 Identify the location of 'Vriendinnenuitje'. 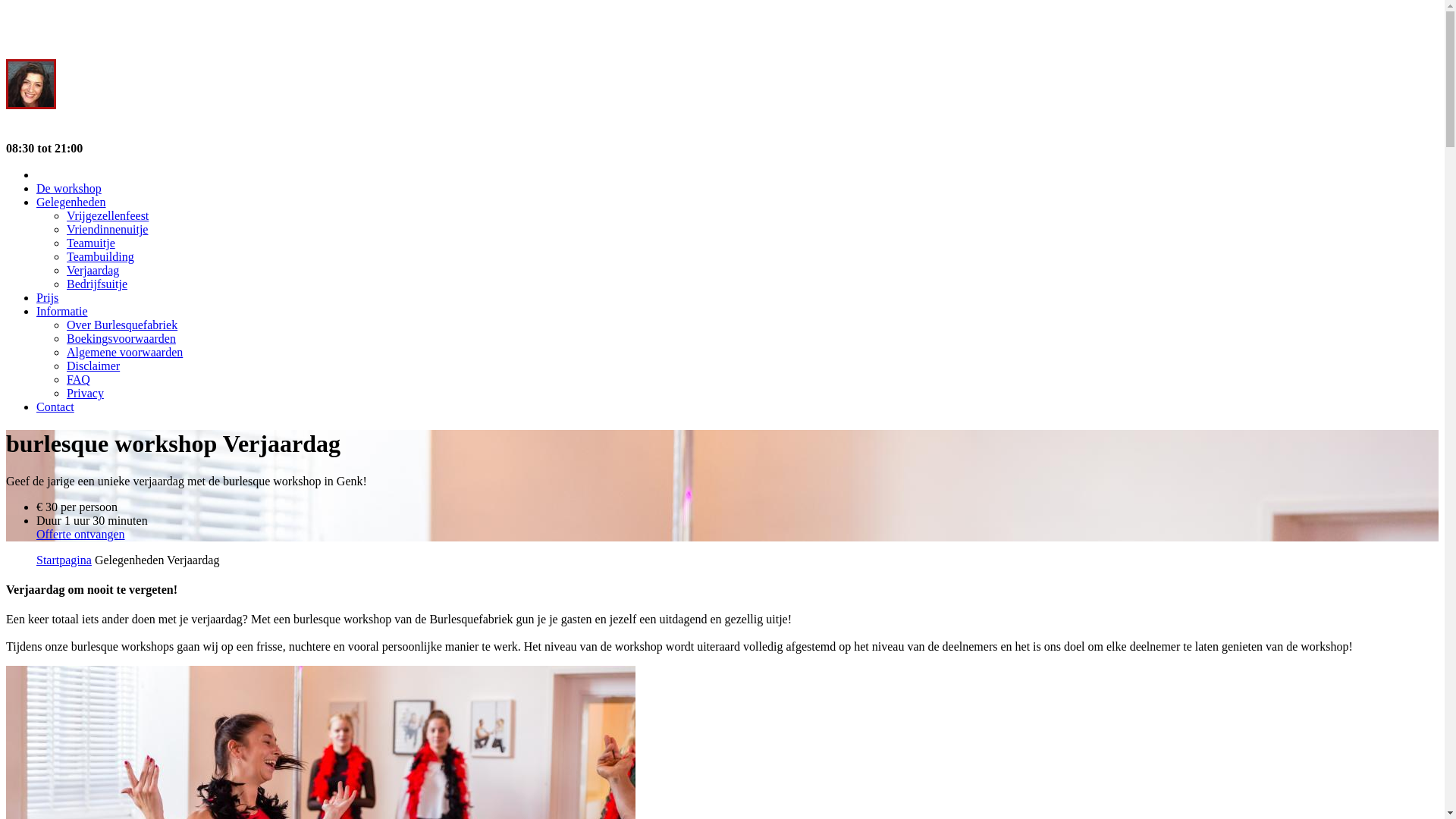
(106, 229).